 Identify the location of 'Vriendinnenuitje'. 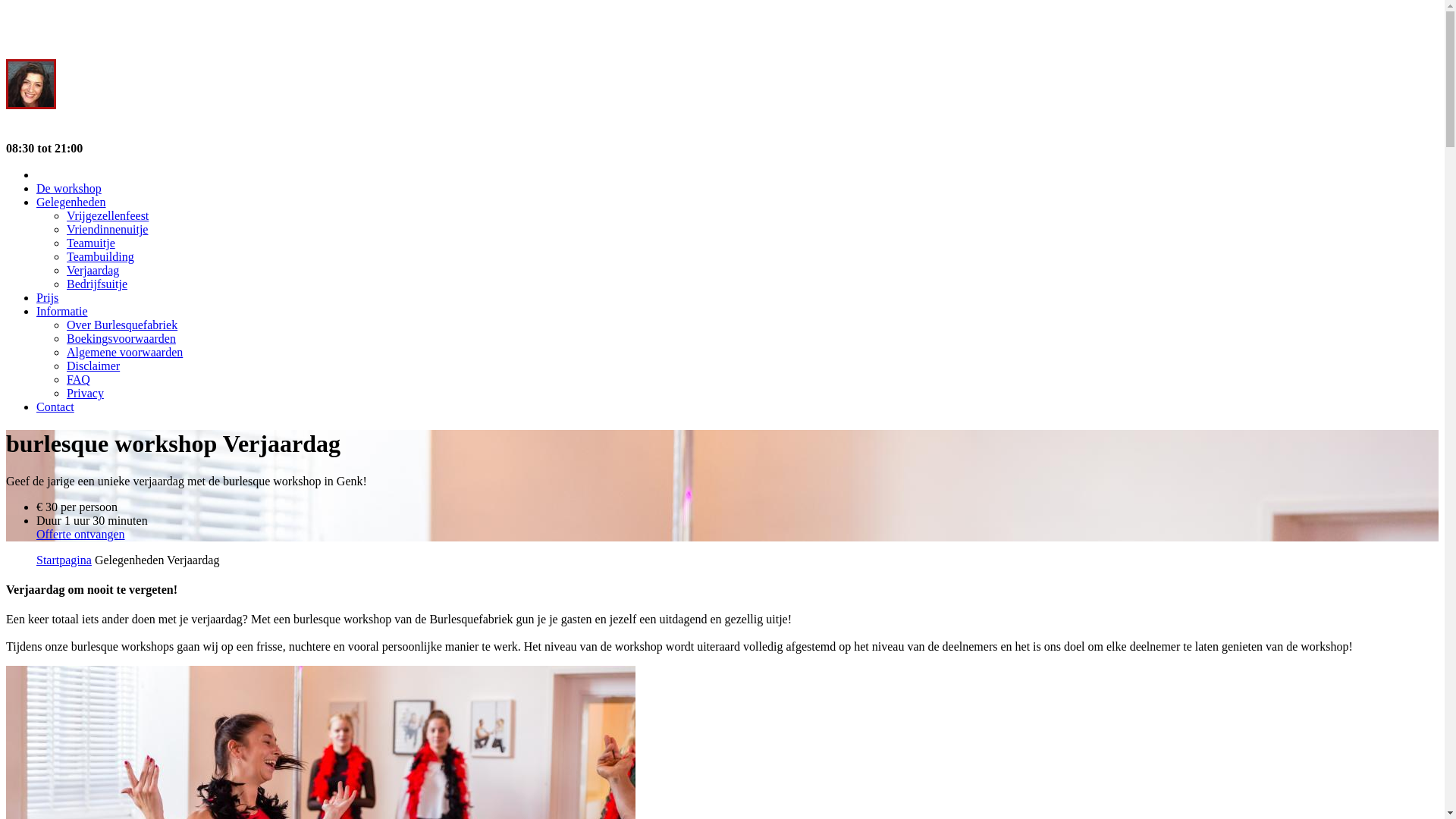
(106, 229).